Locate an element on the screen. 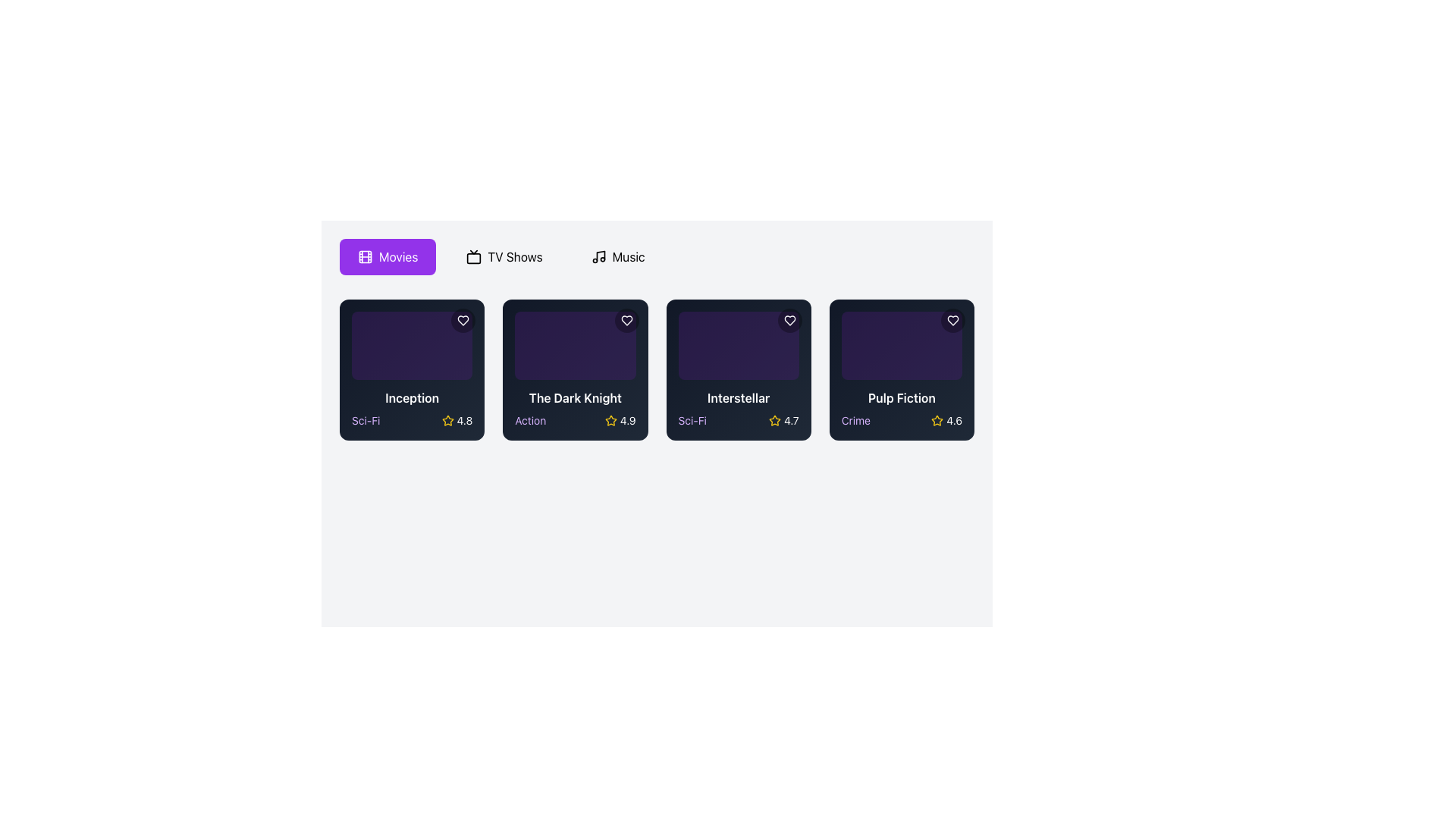 The height and width of the screenshot is (819, 1456). text label that says 'Music', which is positioned in the navigation bar adjacent to a music note icon is located at coordinates (629, 256).